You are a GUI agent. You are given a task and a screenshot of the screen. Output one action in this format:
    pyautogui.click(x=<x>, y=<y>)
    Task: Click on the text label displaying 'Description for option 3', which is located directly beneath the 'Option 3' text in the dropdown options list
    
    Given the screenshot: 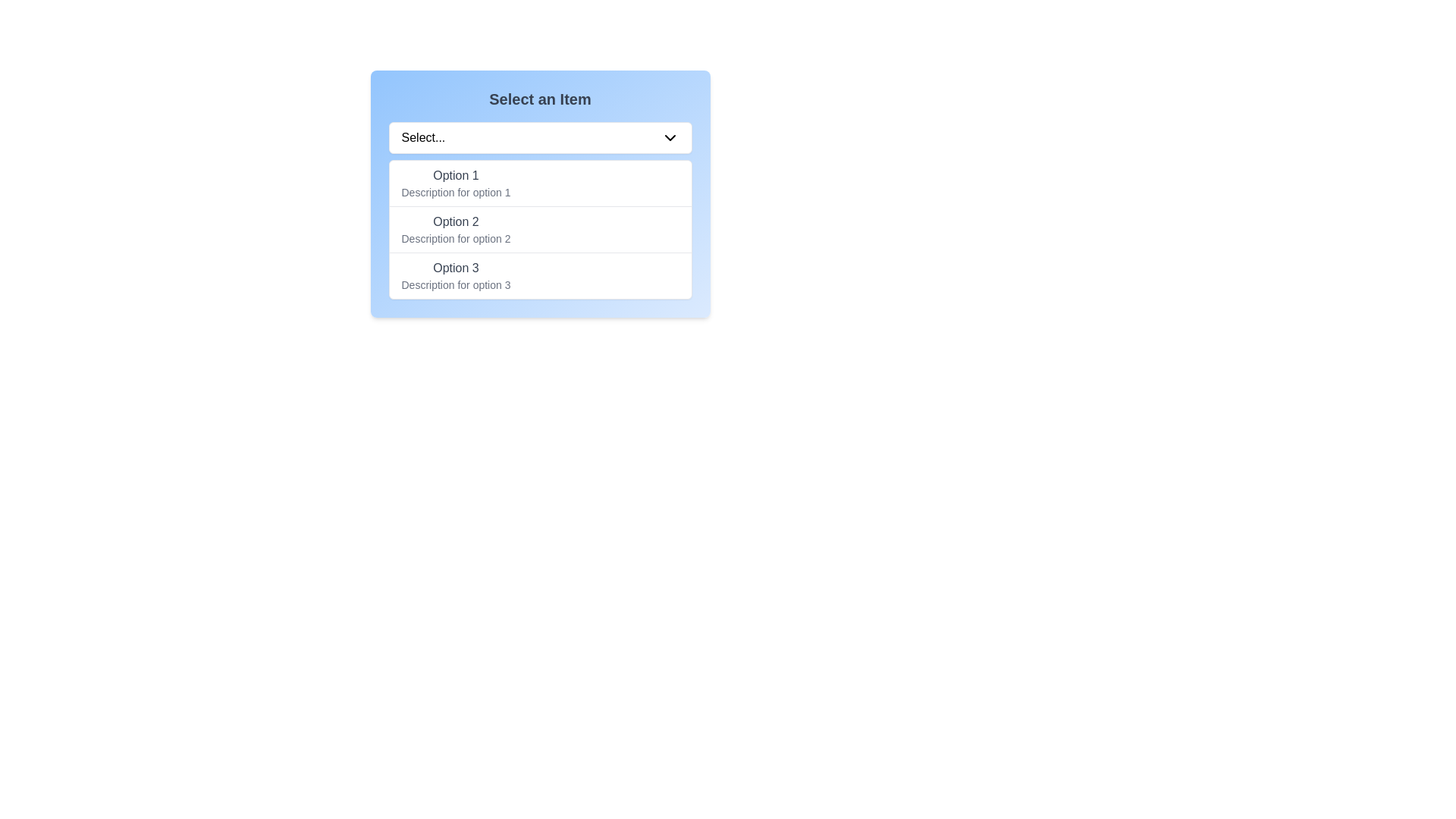 What is the action you would take?
    pyautogui.click(x=455, y=284)
    